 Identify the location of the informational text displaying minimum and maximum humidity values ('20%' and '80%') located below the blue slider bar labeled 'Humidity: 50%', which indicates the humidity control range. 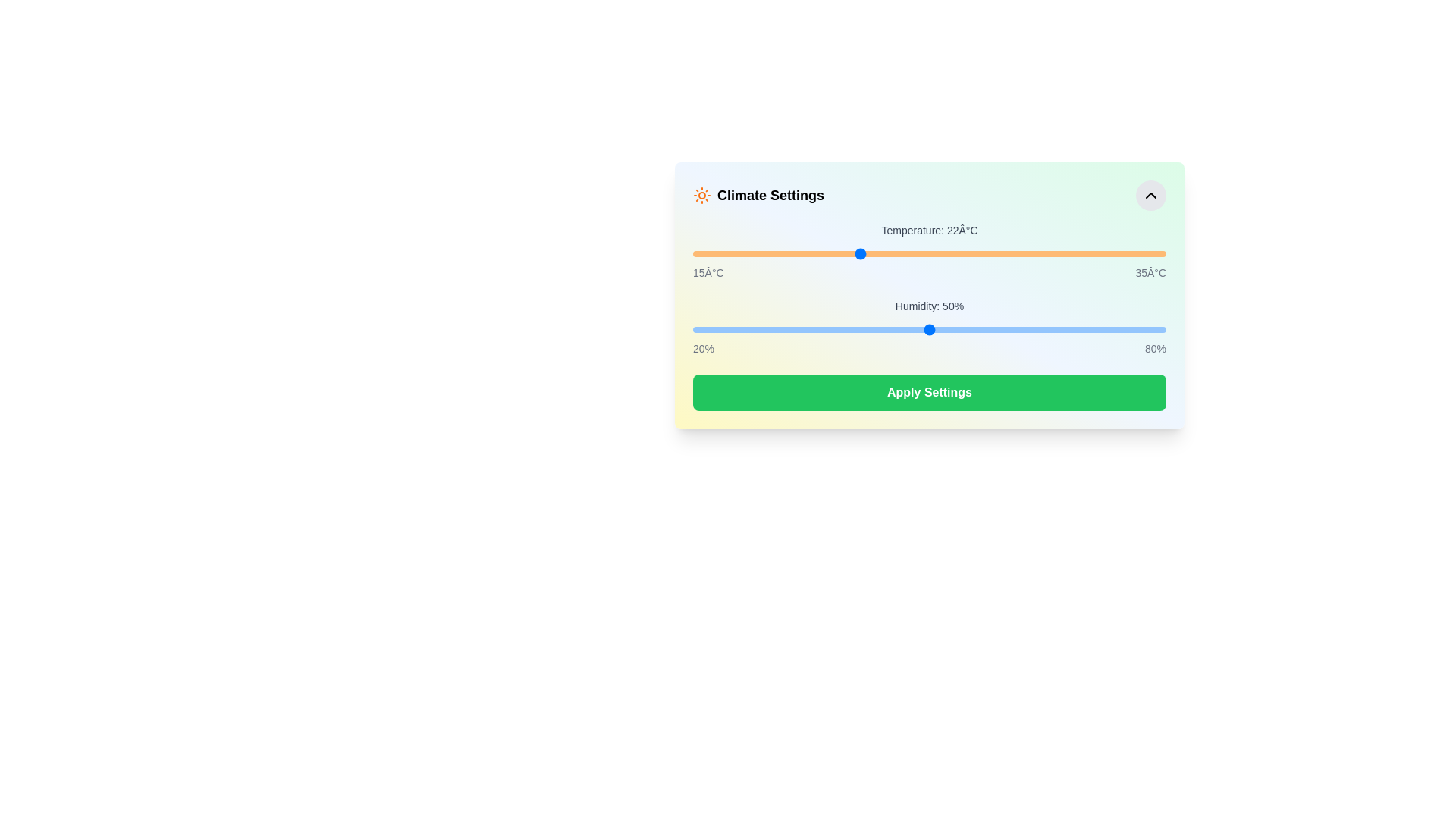
(928, 348).